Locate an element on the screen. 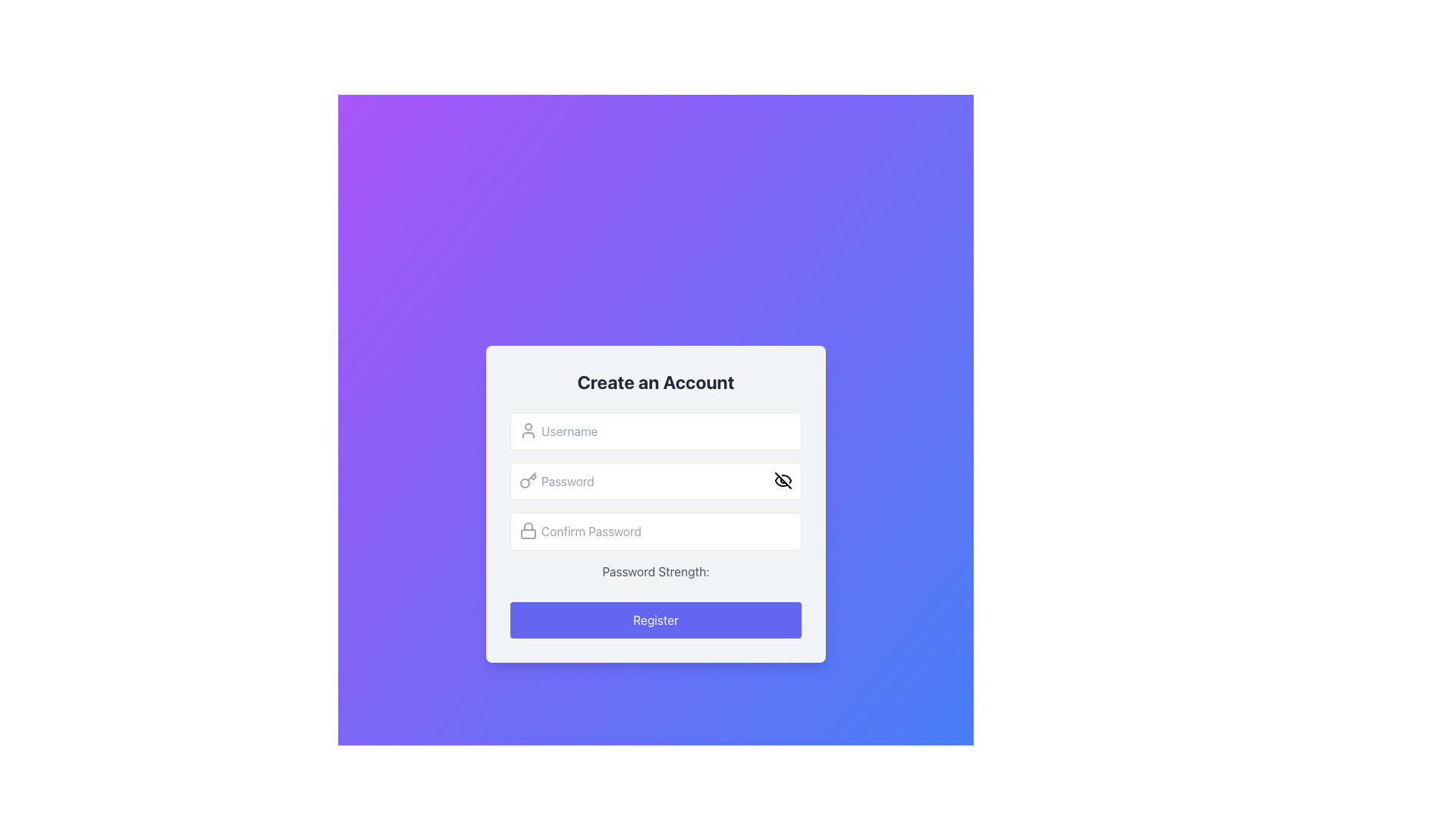 The width and height of the screenshot is (1456, 819). the eye icon with a diagonal line crossing through it, which is used as a 'hide/show password' toggle, located to the right of the password input field is located at coordinates (783, 480).